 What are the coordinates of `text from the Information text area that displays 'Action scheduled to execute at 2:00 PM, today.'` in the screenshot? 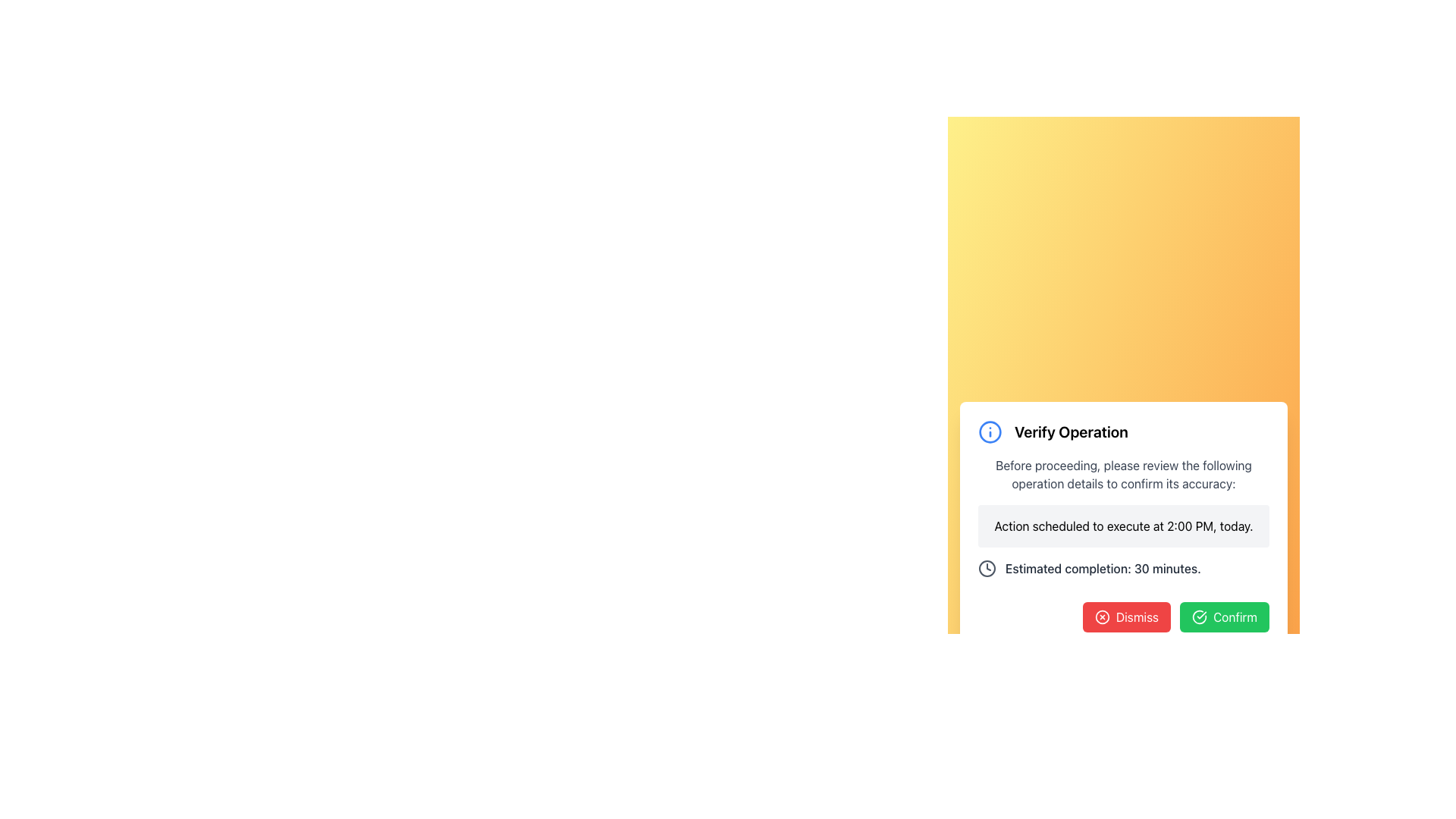 It's located at (1124, 526).